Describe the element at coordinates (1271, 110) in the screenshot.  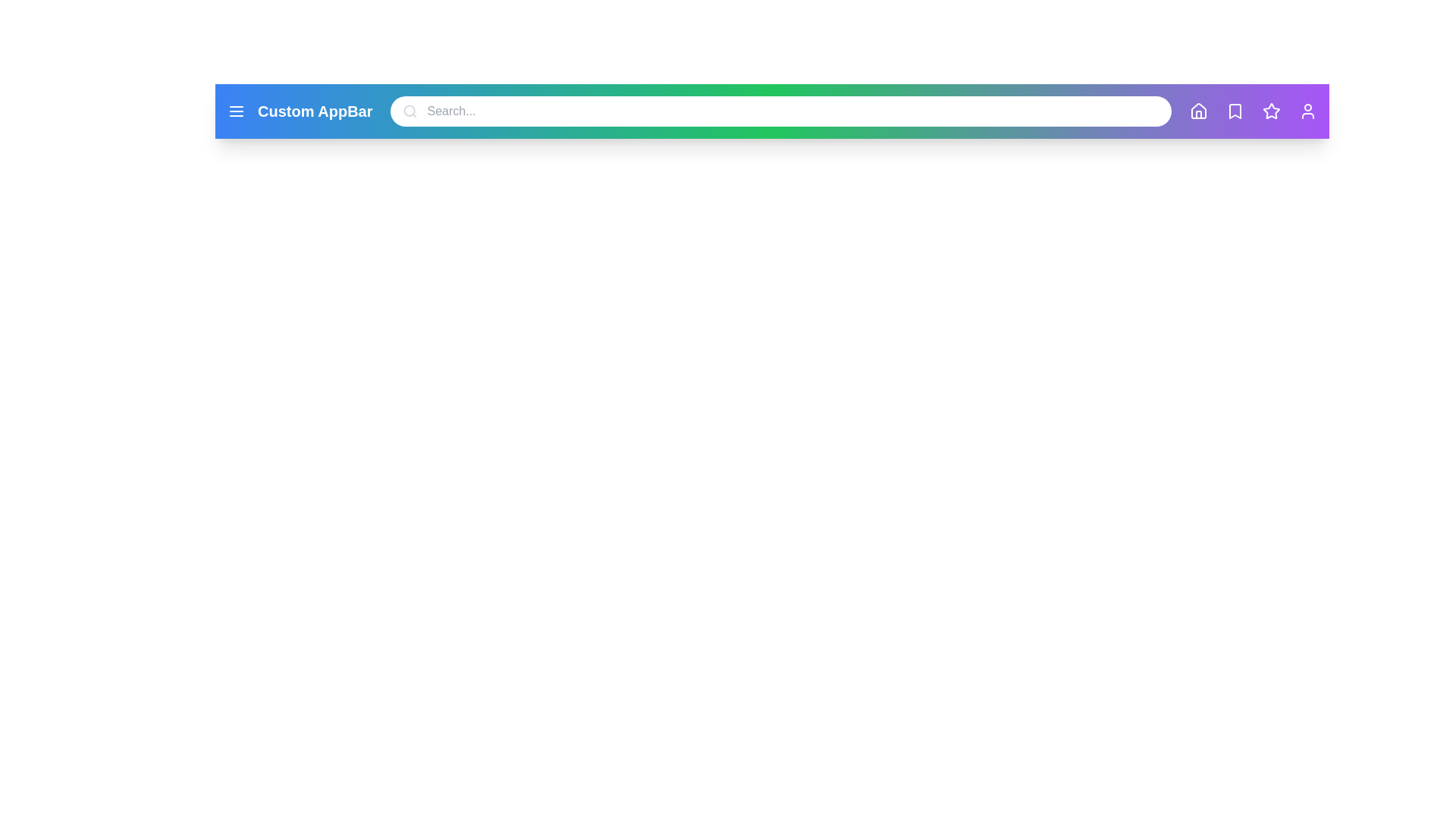
I see `the 'Star' icon to view favorite items` at that location.